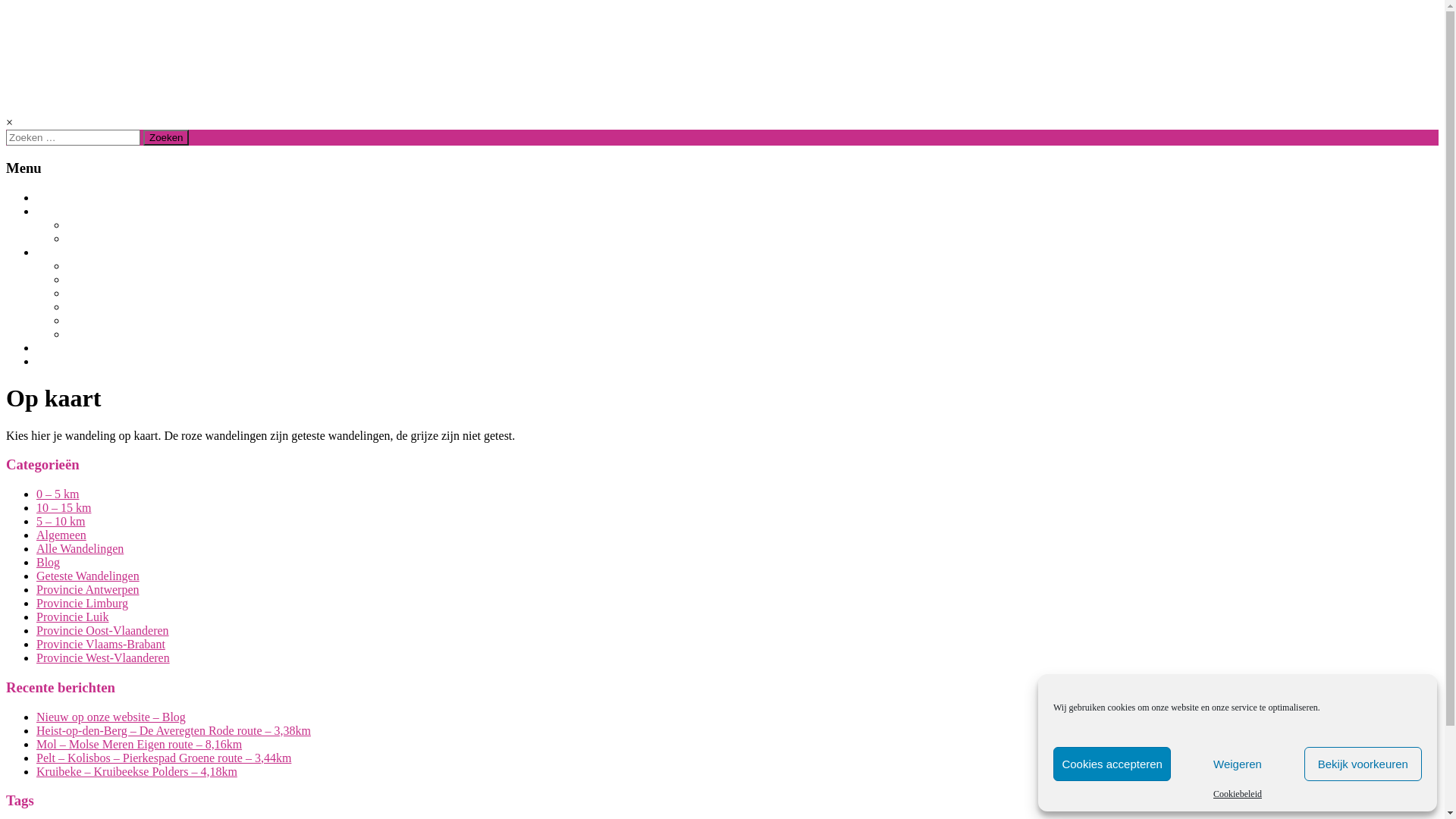  Describe the element at coordinates (65, 320) in the screenshot. I see `'PROVINCIE WEST-VLAANDEREN'` at that location.